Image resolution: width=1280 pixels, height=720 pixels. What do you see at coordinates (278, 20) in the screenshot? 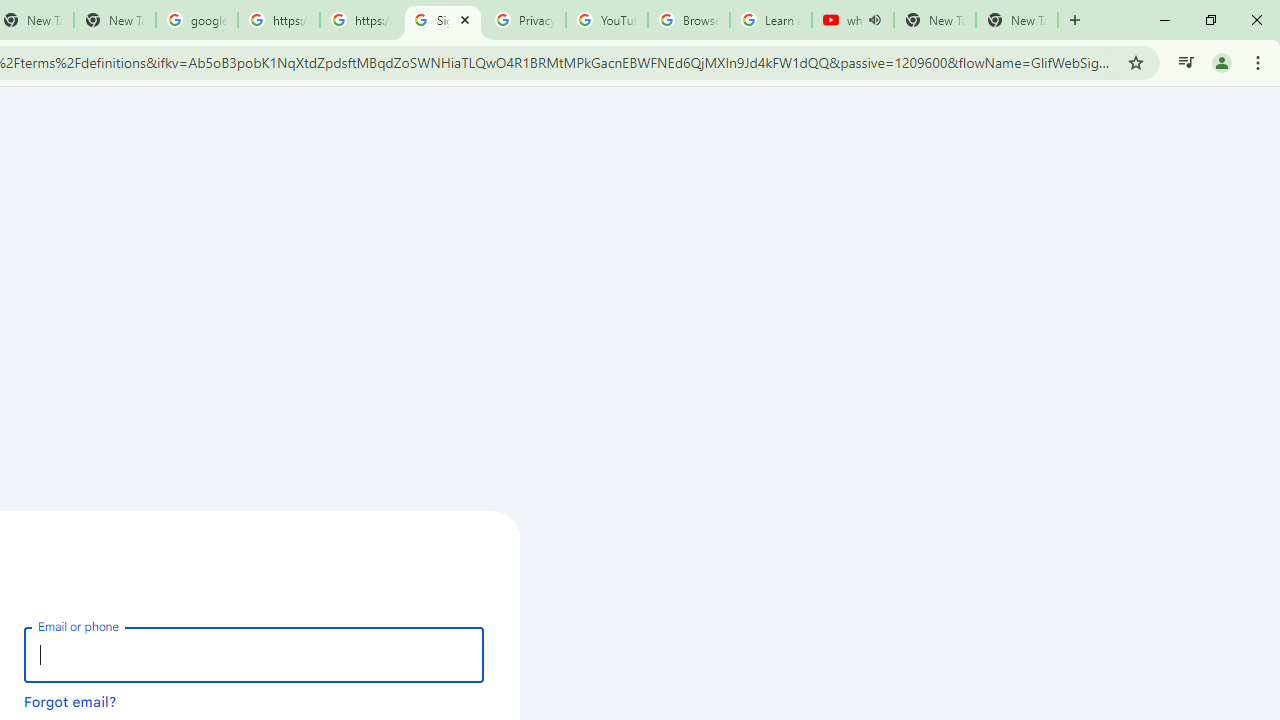
I see `'https://scholar.google.com/'` at bounding box center [278, 20].